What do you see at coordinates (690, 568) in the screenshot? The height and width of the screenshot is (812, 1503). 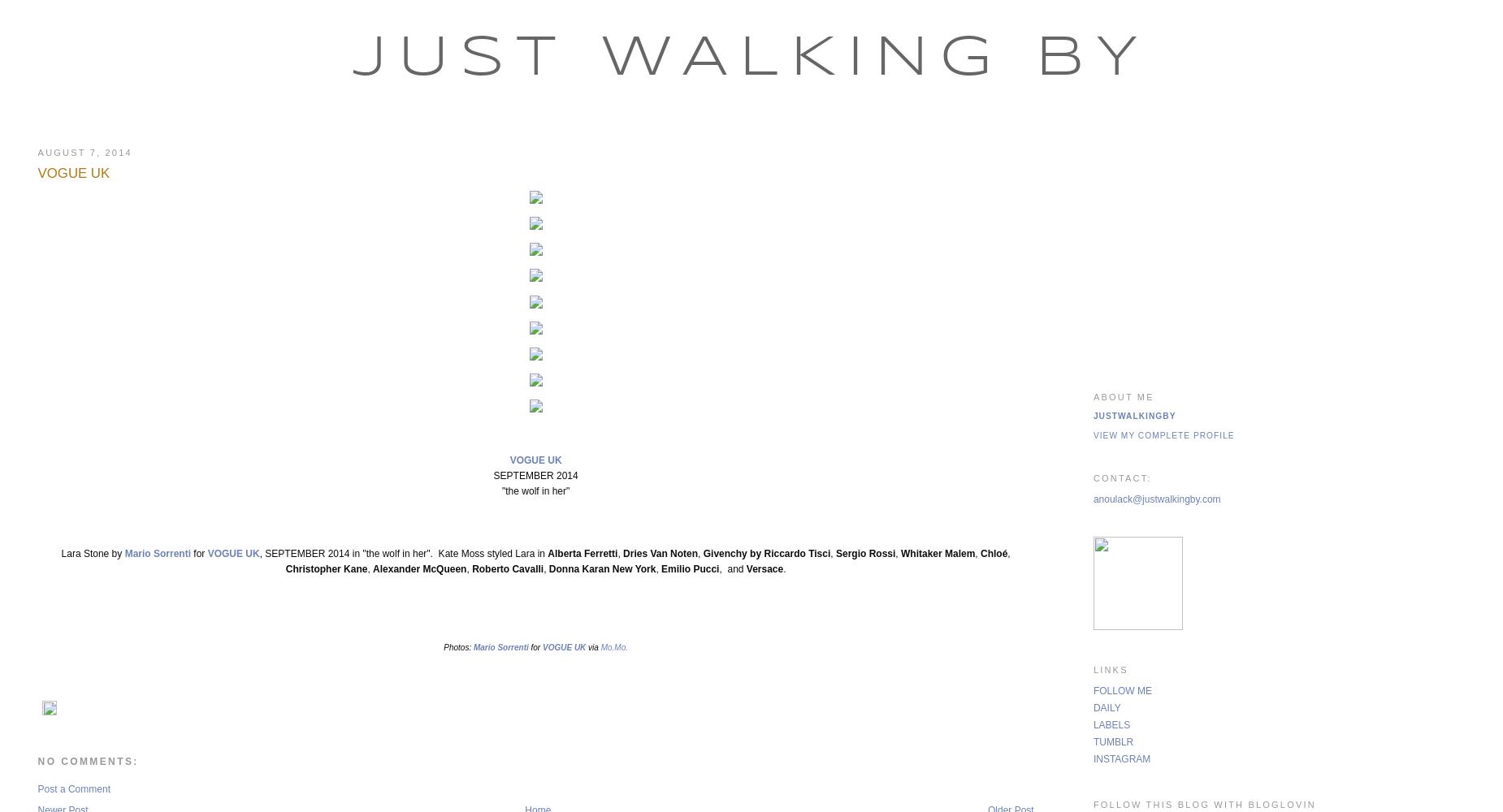 I see `'Emilio Pucci'` at bounding box center [690, 568].